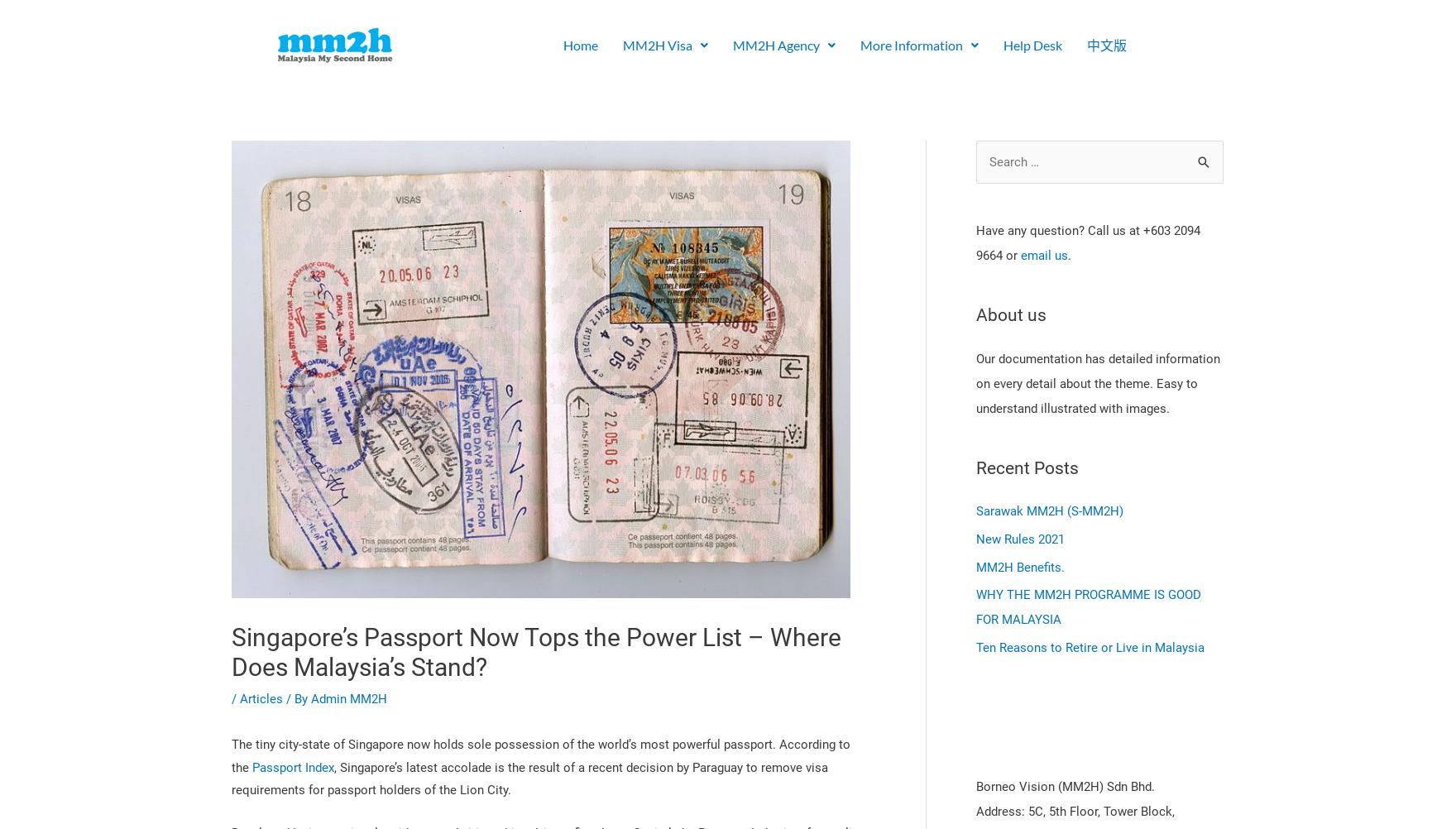 This screenshot has width=1456, height=829. Describe the element at coordinates (580, 45) in the screenshot. I see `'Home'` at that location.